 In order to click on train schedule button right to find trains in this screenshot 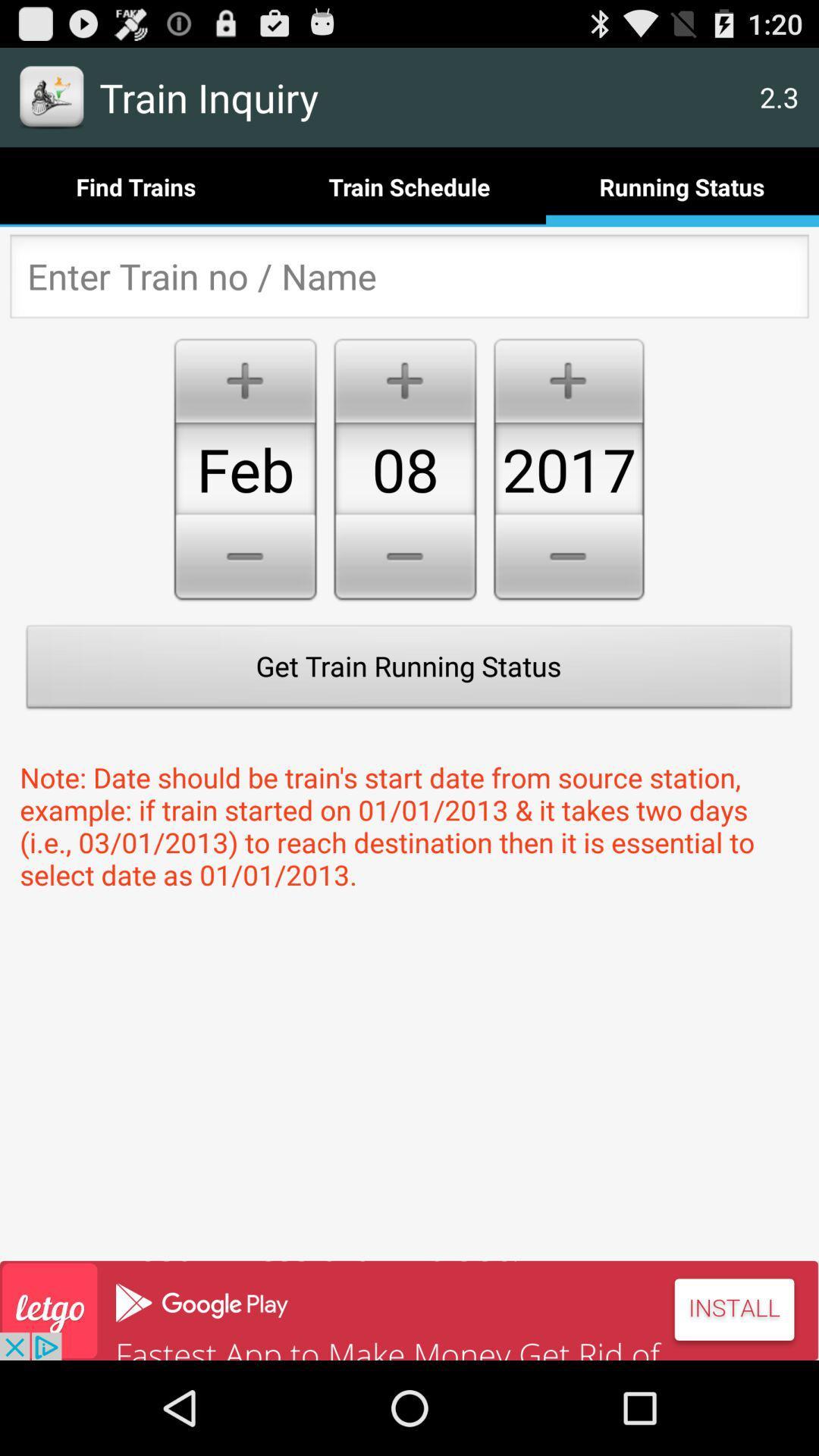, I will do `click(409, 186)`.